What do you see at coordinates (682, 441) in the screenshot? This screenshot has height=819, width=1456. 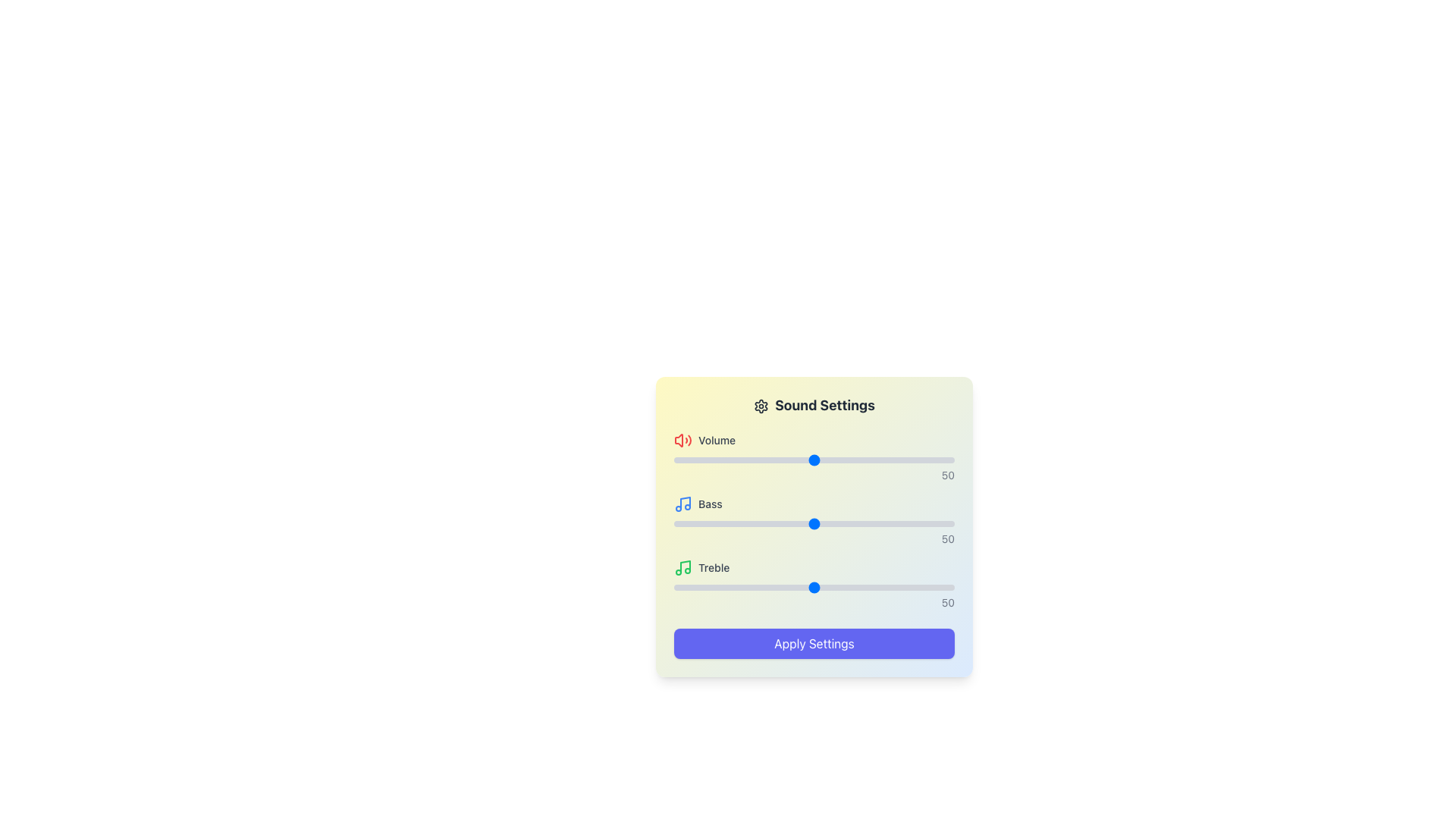 I see `the loudspeaker icon with sound waves, which is red in color and located next to the label 'Volume' in the sound settings section` at bounding box center [682, 441].